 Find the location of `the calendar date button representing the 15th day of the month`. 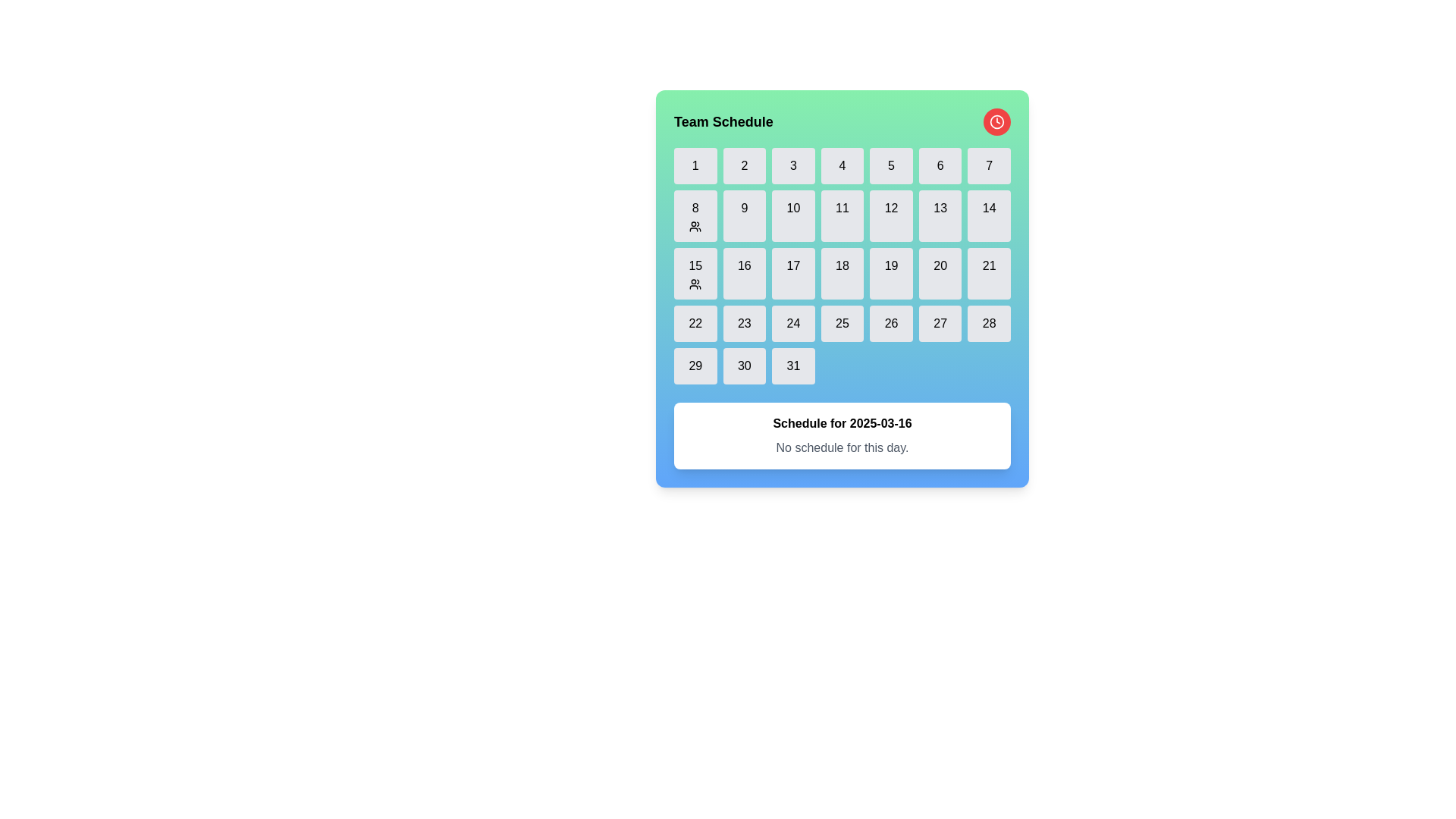

the calendar date button representing the 15th day of the month is located at coordinates (695, 274).